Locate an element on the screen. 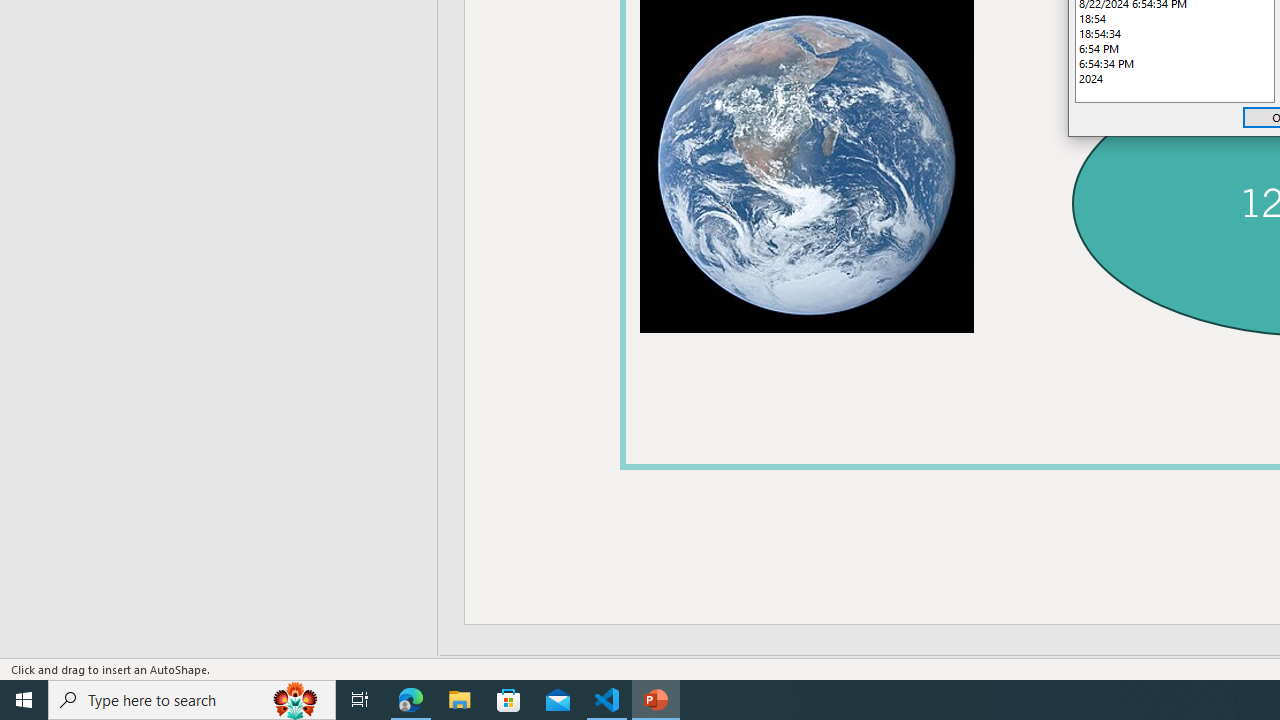 The image size is (1280, 720). '18:54' is located at coordinates (1175, 18).